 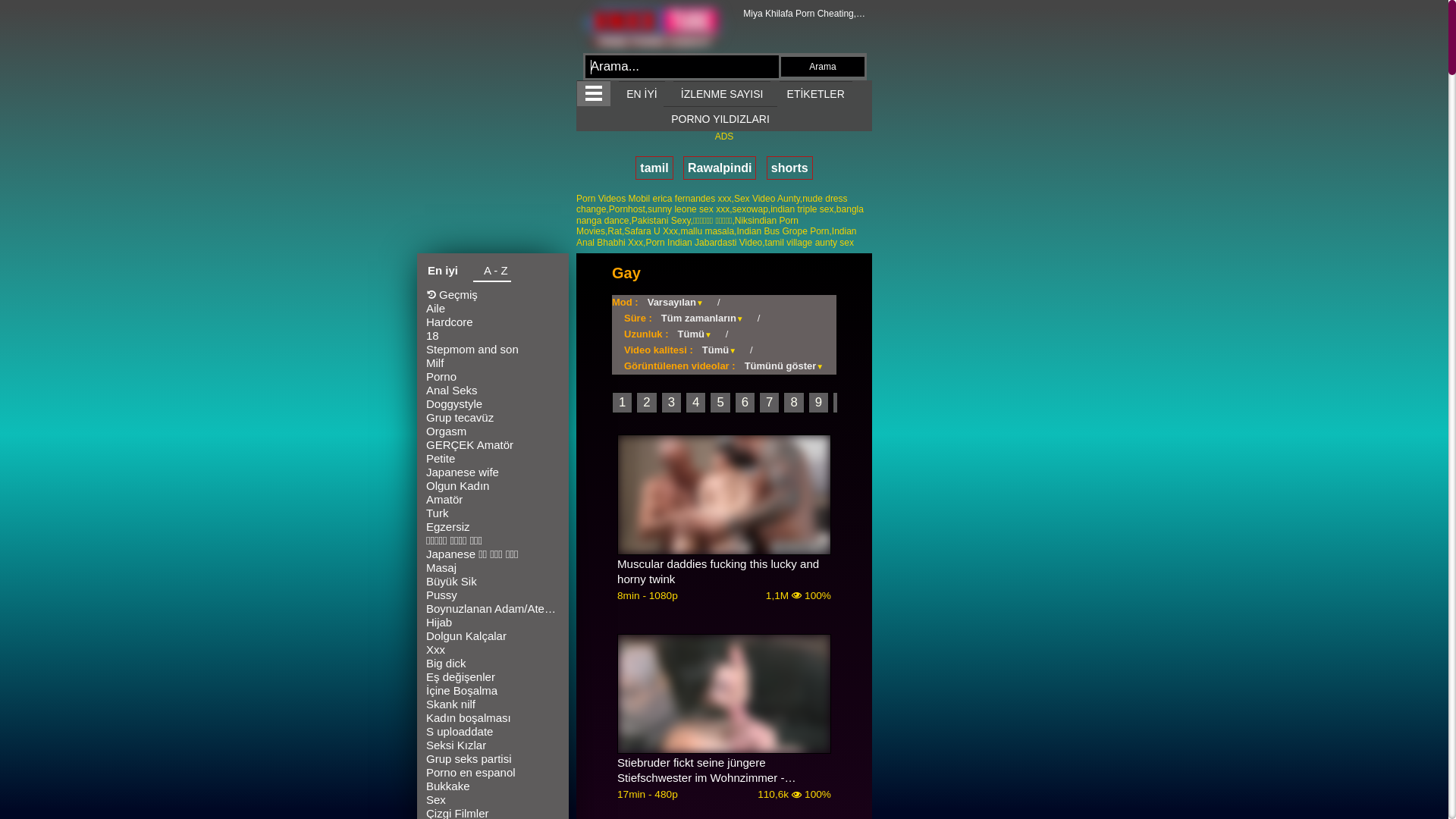 What do you see at coordinates (781, 66) in the screenshot?
I see `'Arama'` at bounding box center [781, 66].